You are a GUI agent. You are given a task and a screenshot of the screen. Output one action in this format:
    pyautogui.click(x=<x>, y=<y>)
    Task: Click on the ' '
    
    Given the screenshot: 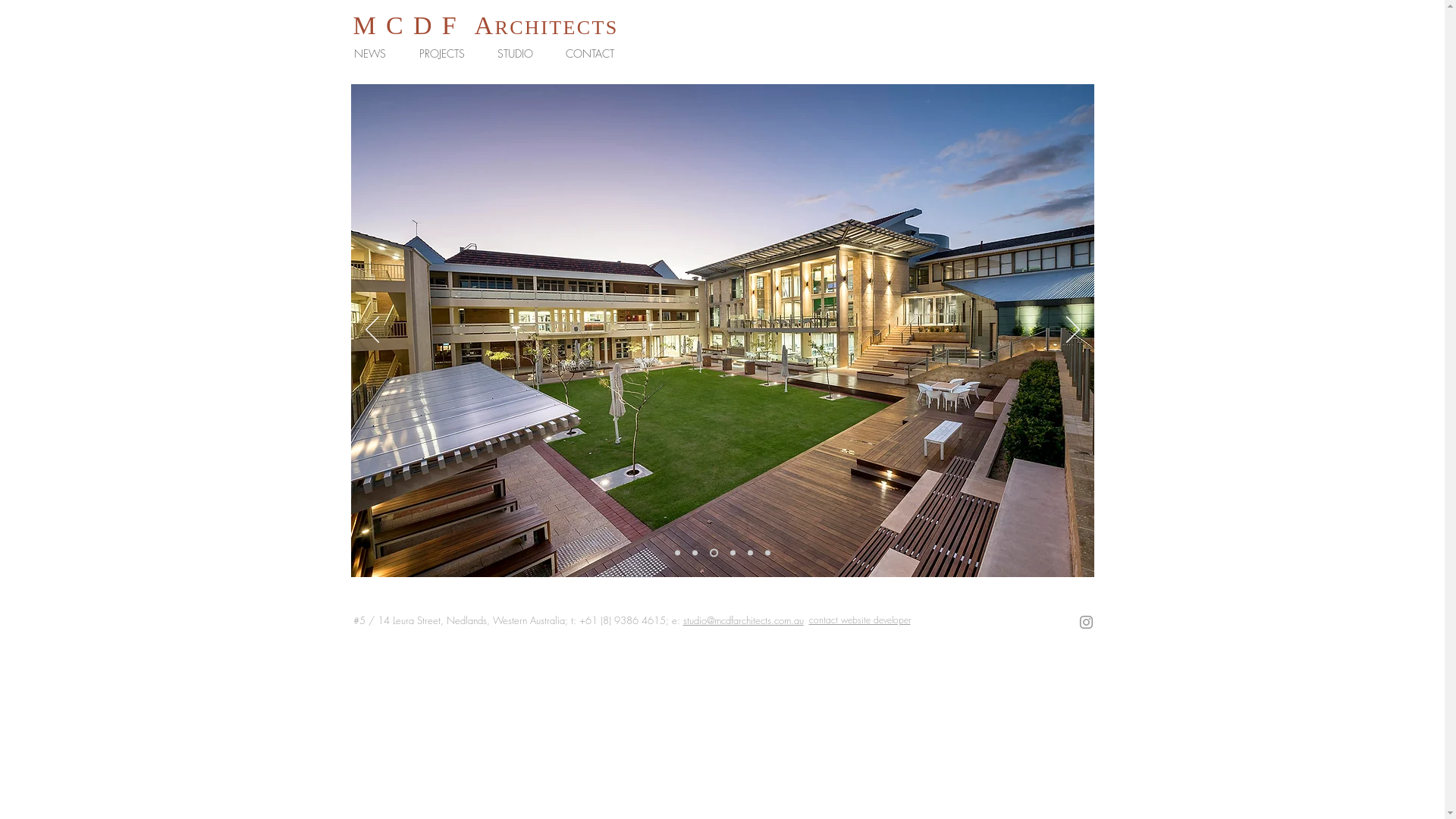 What is the action you would take?
    pyautogui.click(x=465, y=26)
    